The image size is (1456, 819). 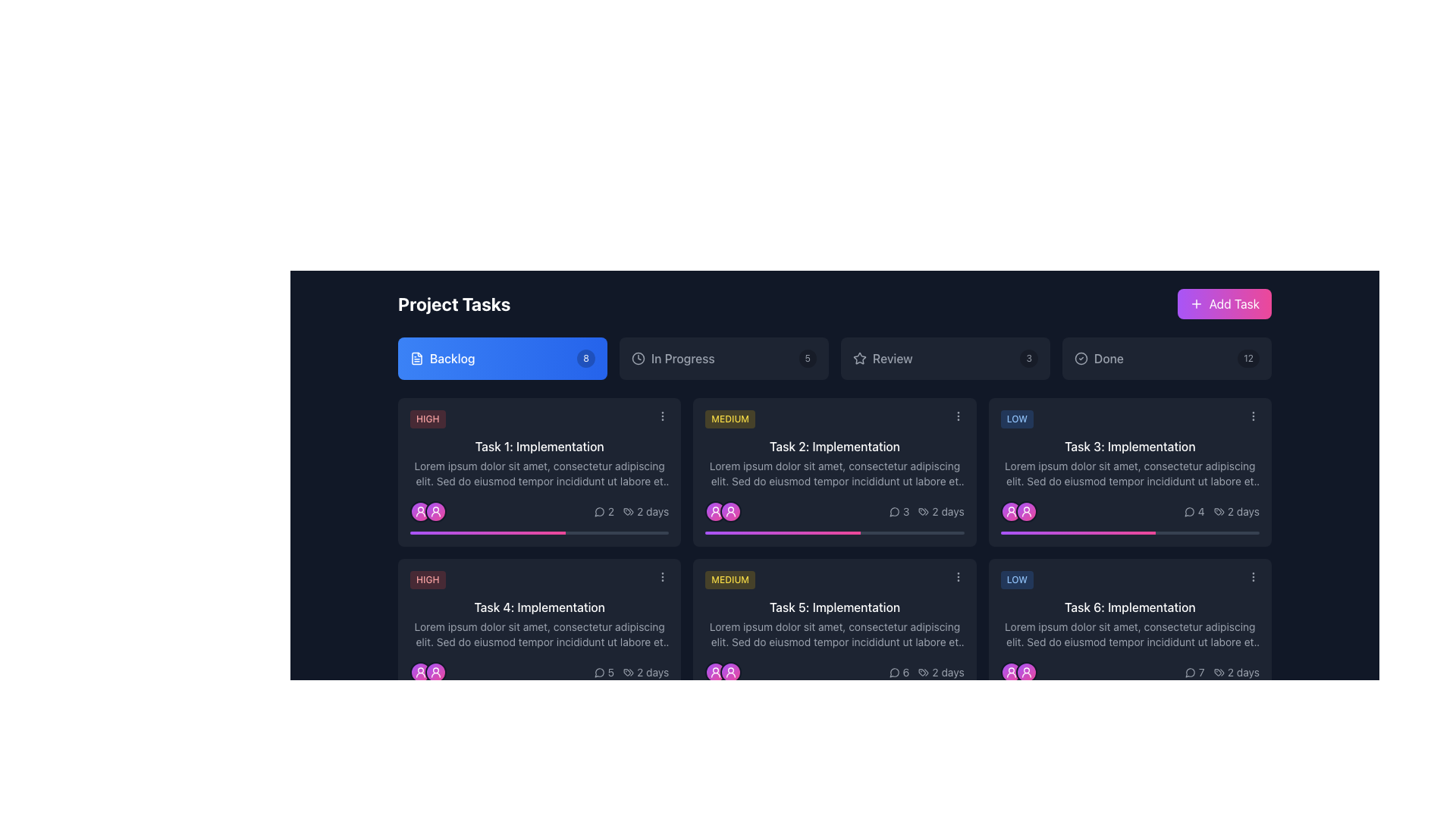 I want to click on the Text Label displaying 'Task 4: Implementation' located in the second column of the second row under the 'Backlog' section to provide a quick understanding of the task, so click(x=539, y=607).